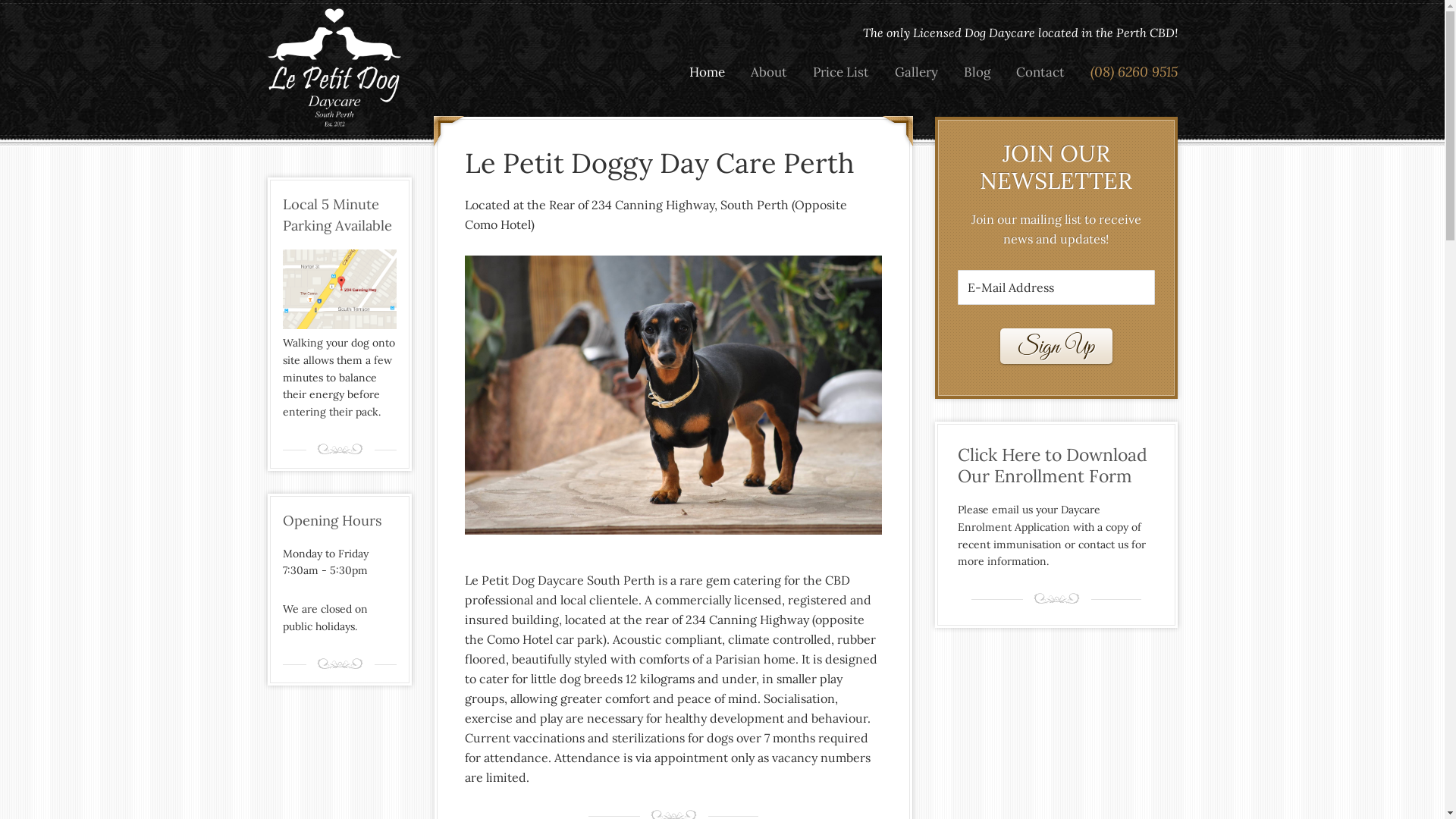 The width and height of the screenshot is (1456, 819). Describe the element at coordinates (0, 0) in the screenshot. I see `'Skip to primary navigation'` at that location.